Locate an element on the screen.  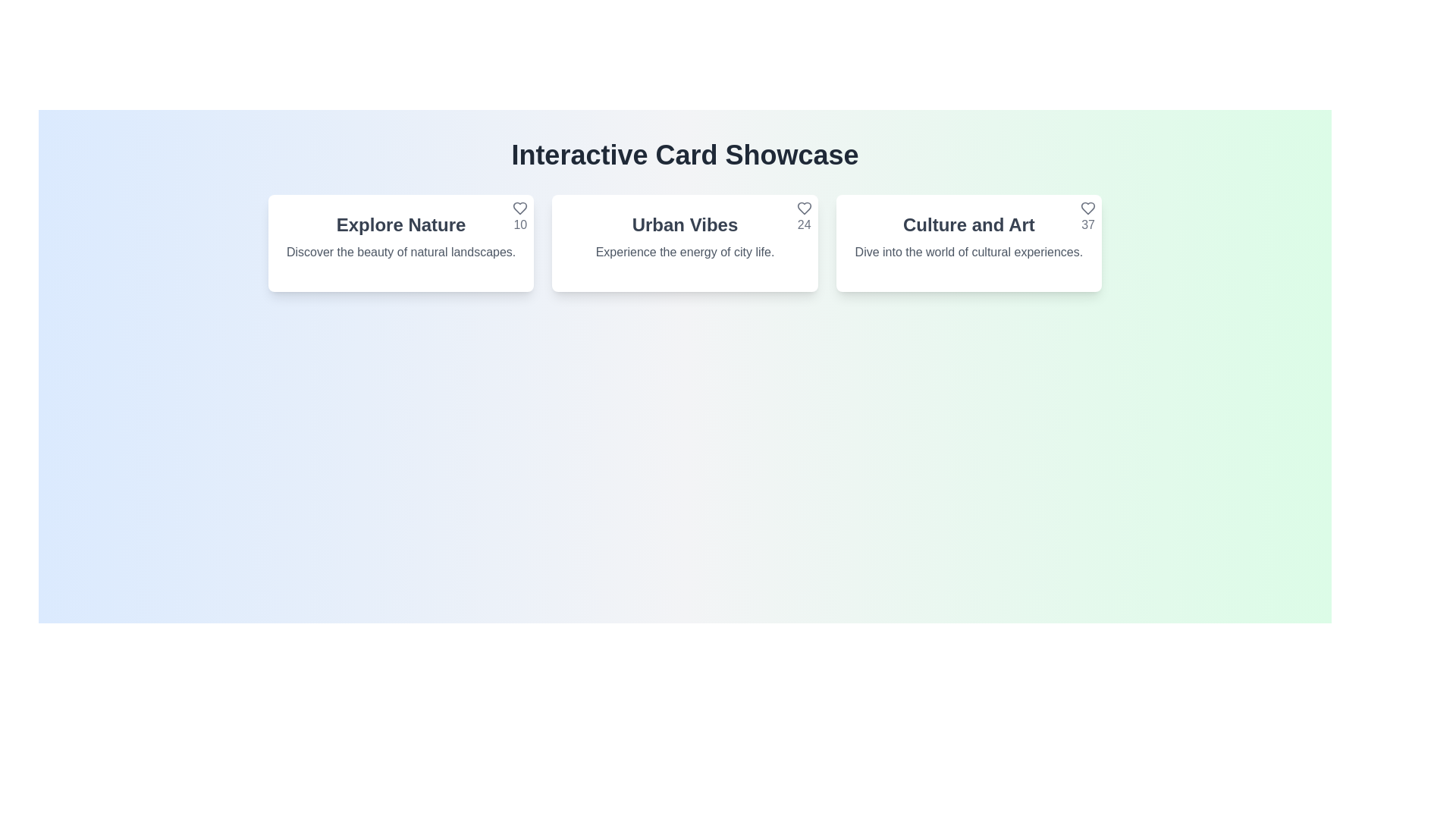
the informational card located in the top-left corner of the grid layout is located at coordinates (401, 242).